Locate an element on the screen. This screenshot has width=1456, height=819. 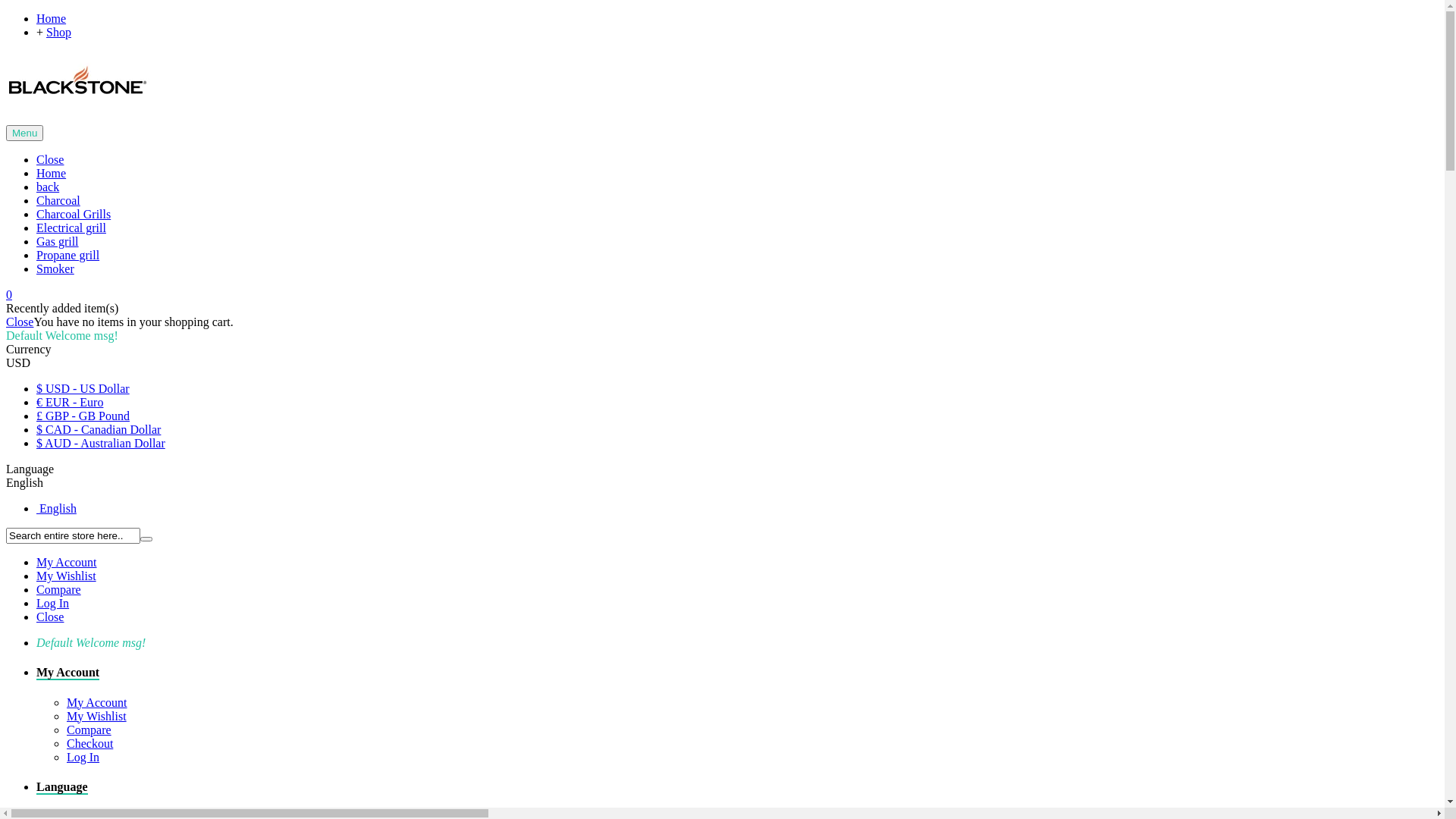
'Gas grill' is located at coordinates (36, 240).